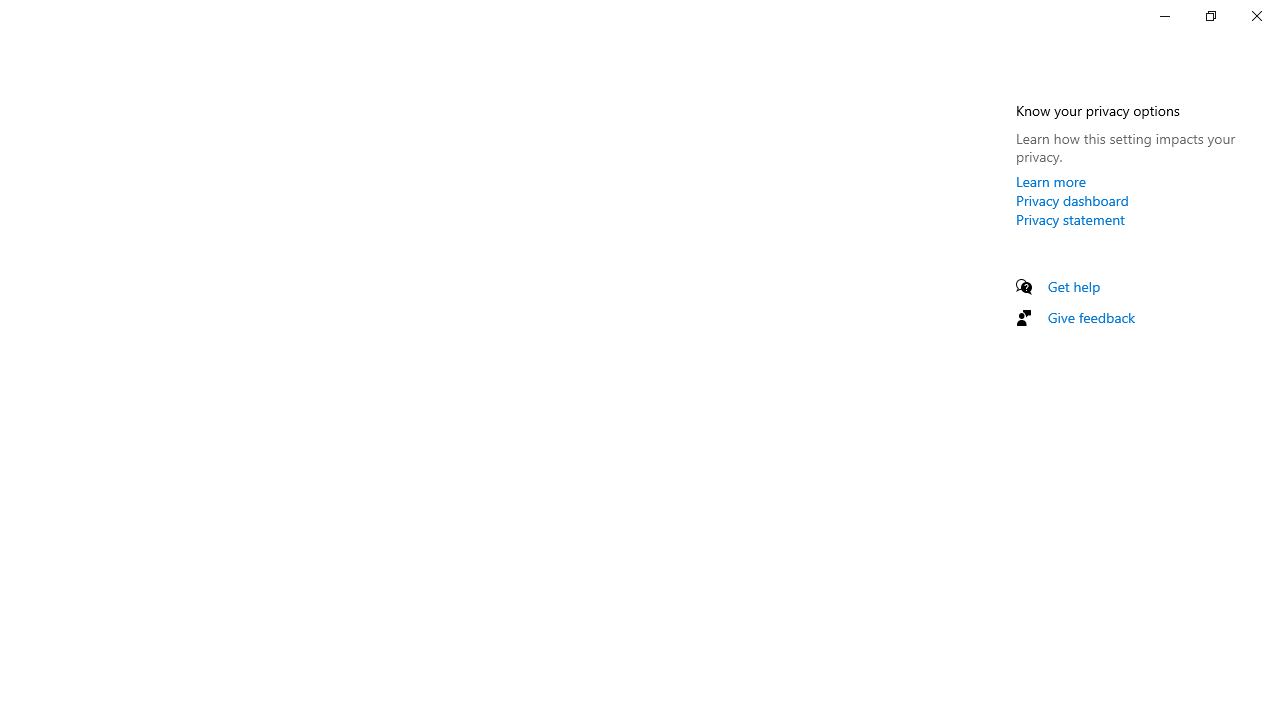 The height and width of the screenshot is (720, 1280). I want to click on 'Give feedback', so click(1090, 316).